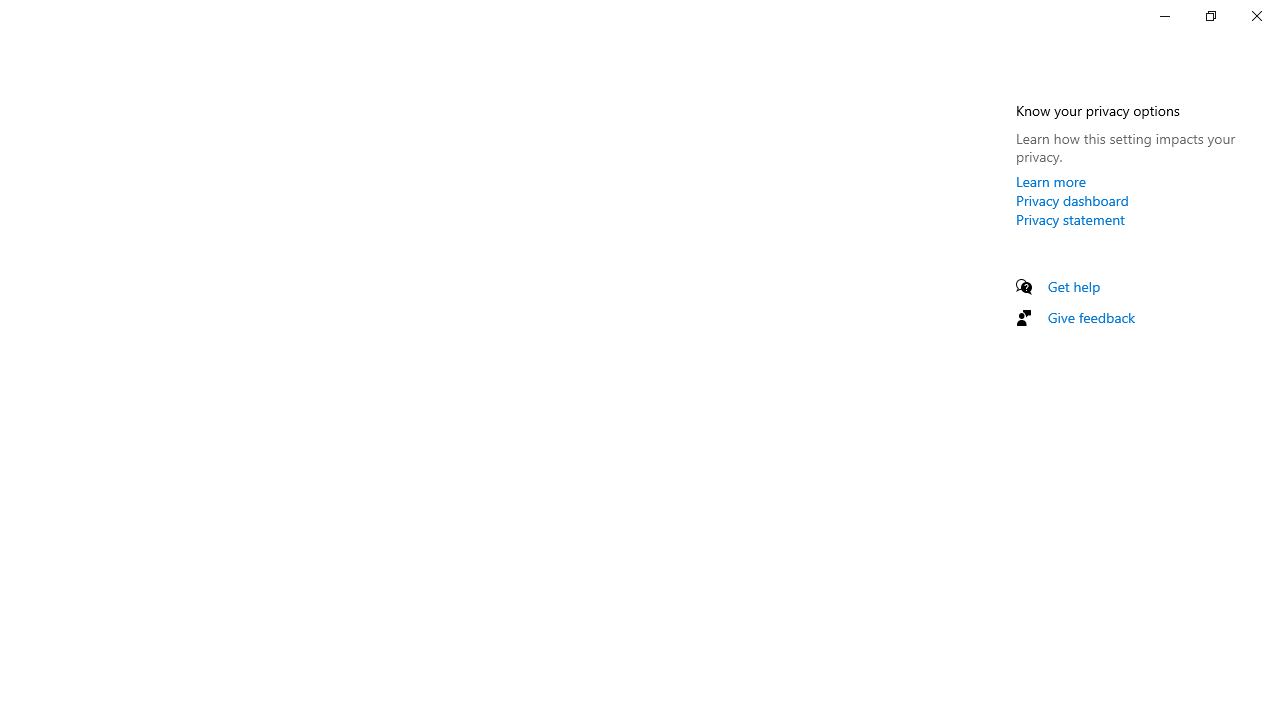 The height and width of the screenshot is (720, 1280). I want to click on 'Give feedback', so click(1090, 316).